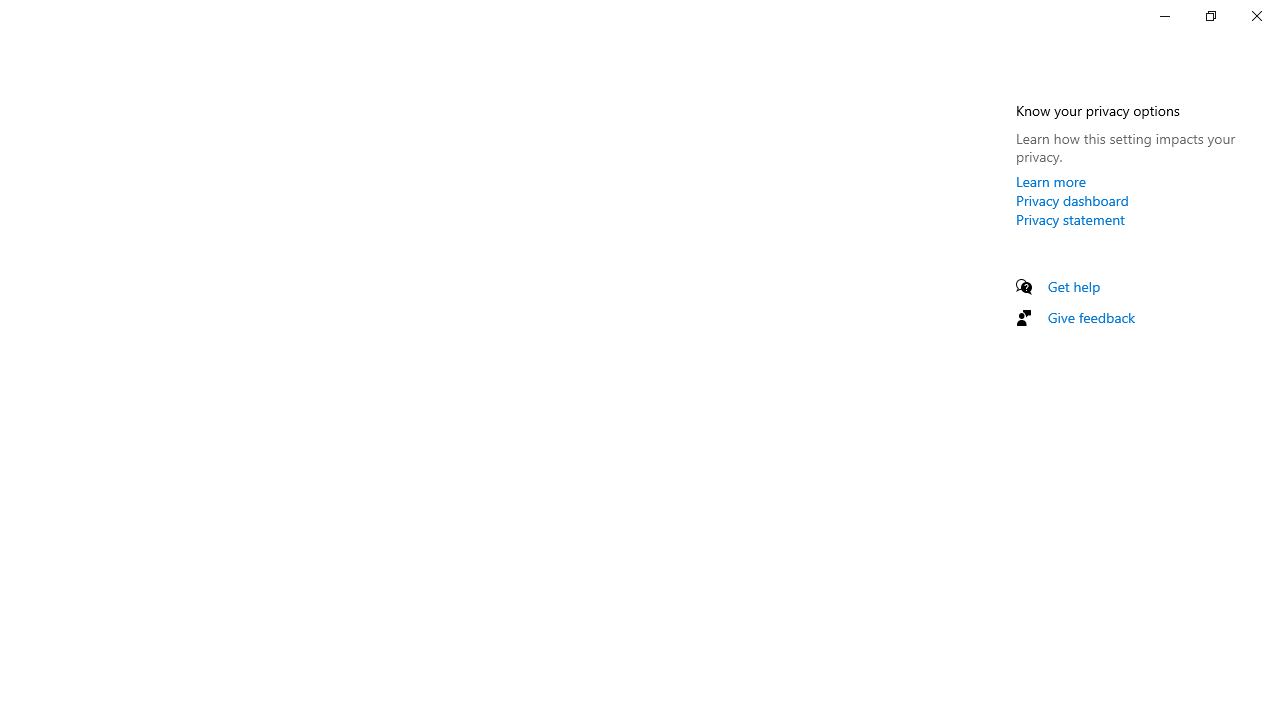 The height and width of the screenshot is (720, 1280). I want to click on 'Give feedback', so click(1090, 316).